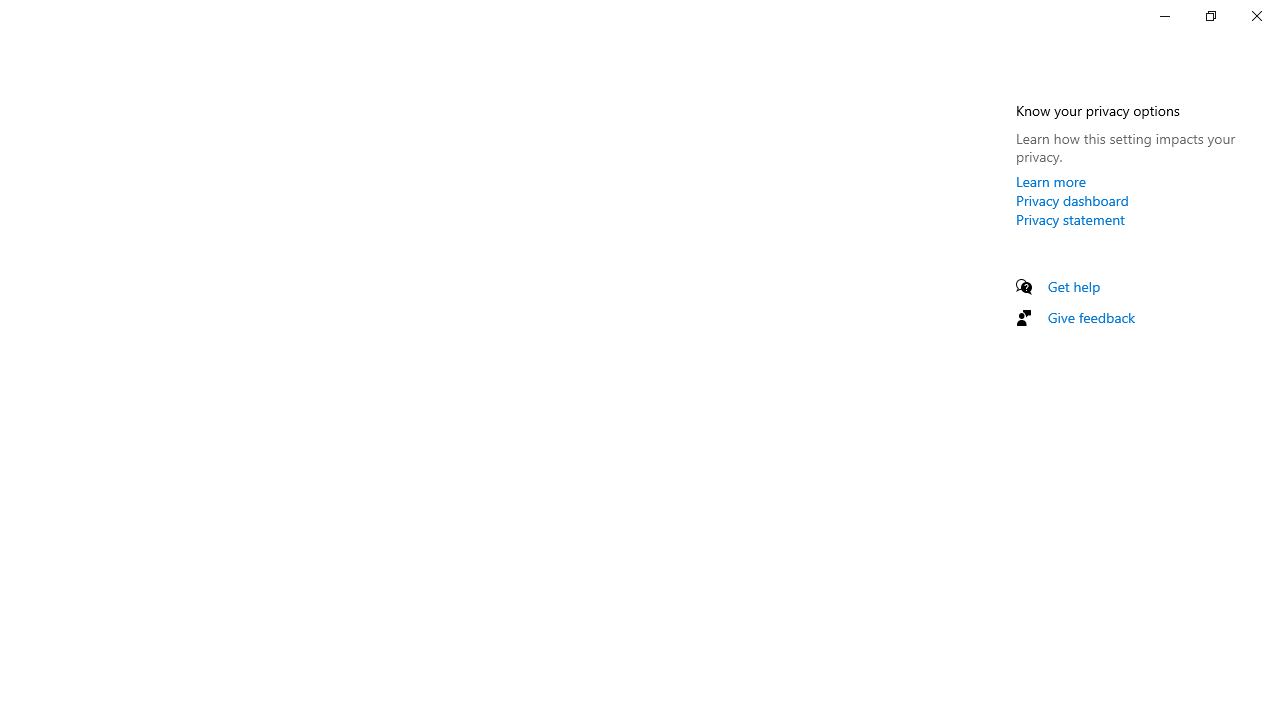 The height and width of the screenshot is (720, 1280). I want to click on 'Give feedback', so click(1090, 316).